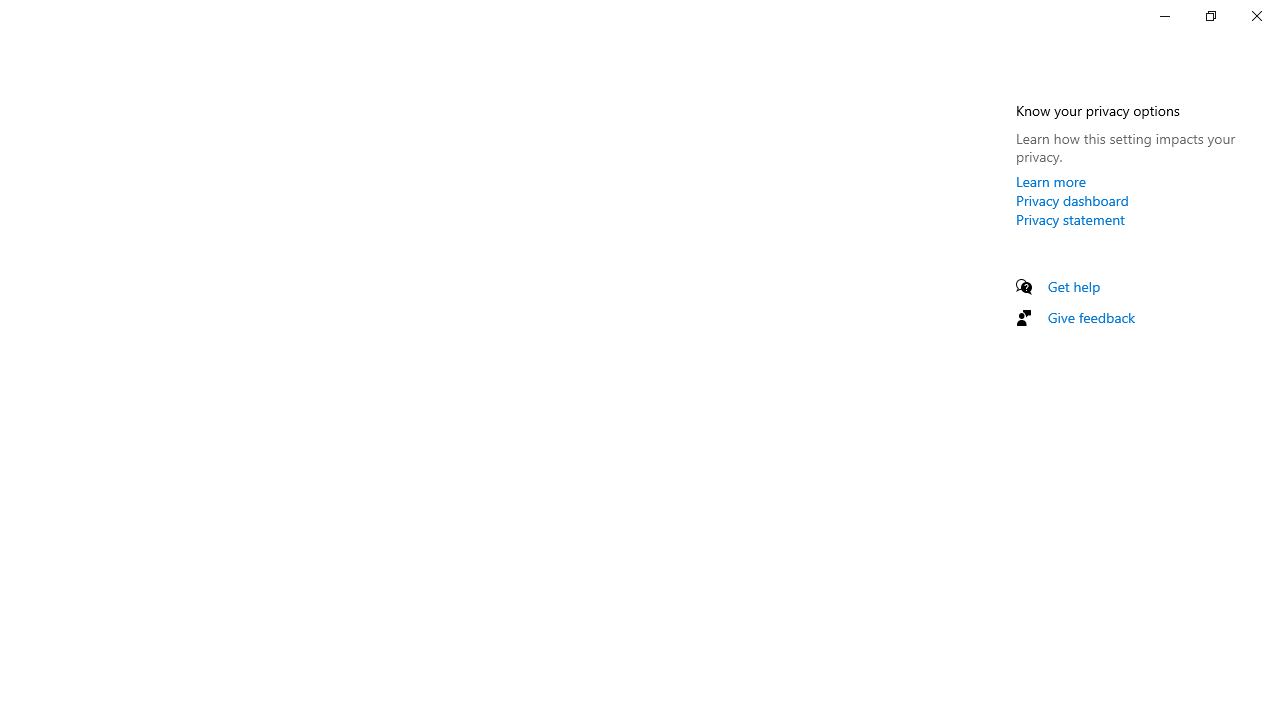 The height and width of the screenshot is (720, 1280). I want to click on 'Give feedback', so click(1090, 316).